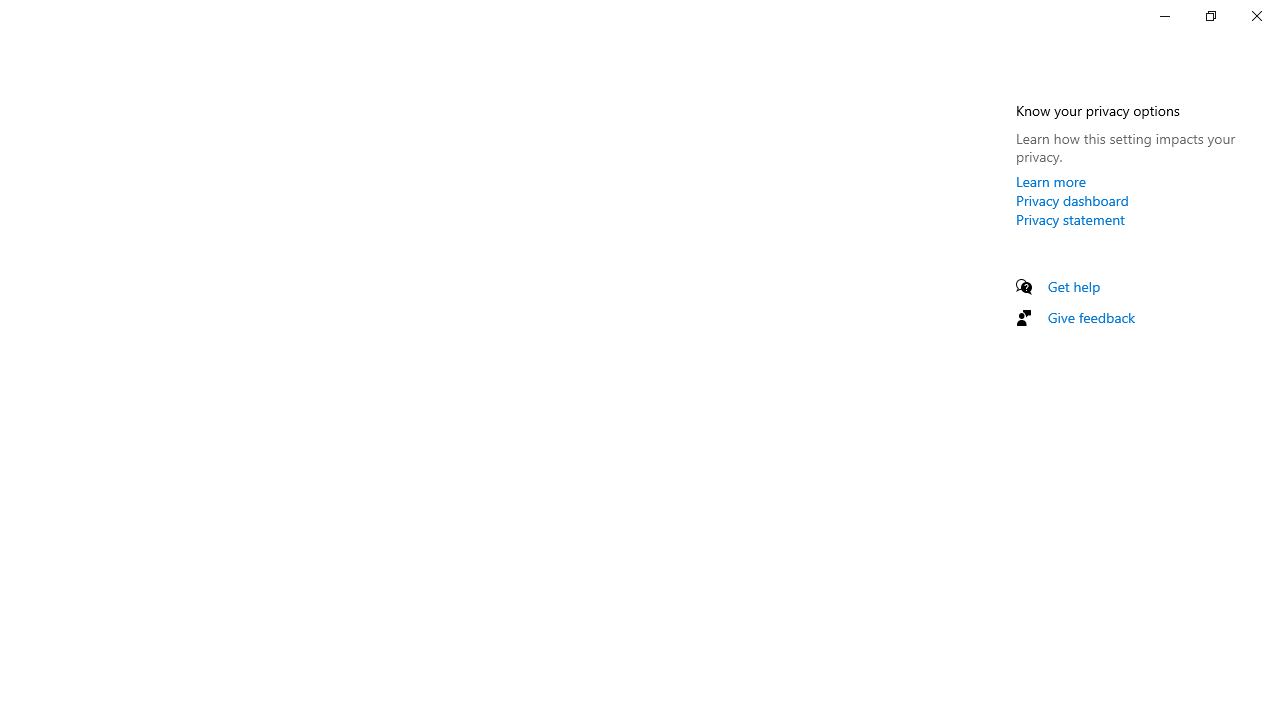 The height and width of the screenshot is (720, 1280). I want to click on 'Give feedback', so click(1090, 316).